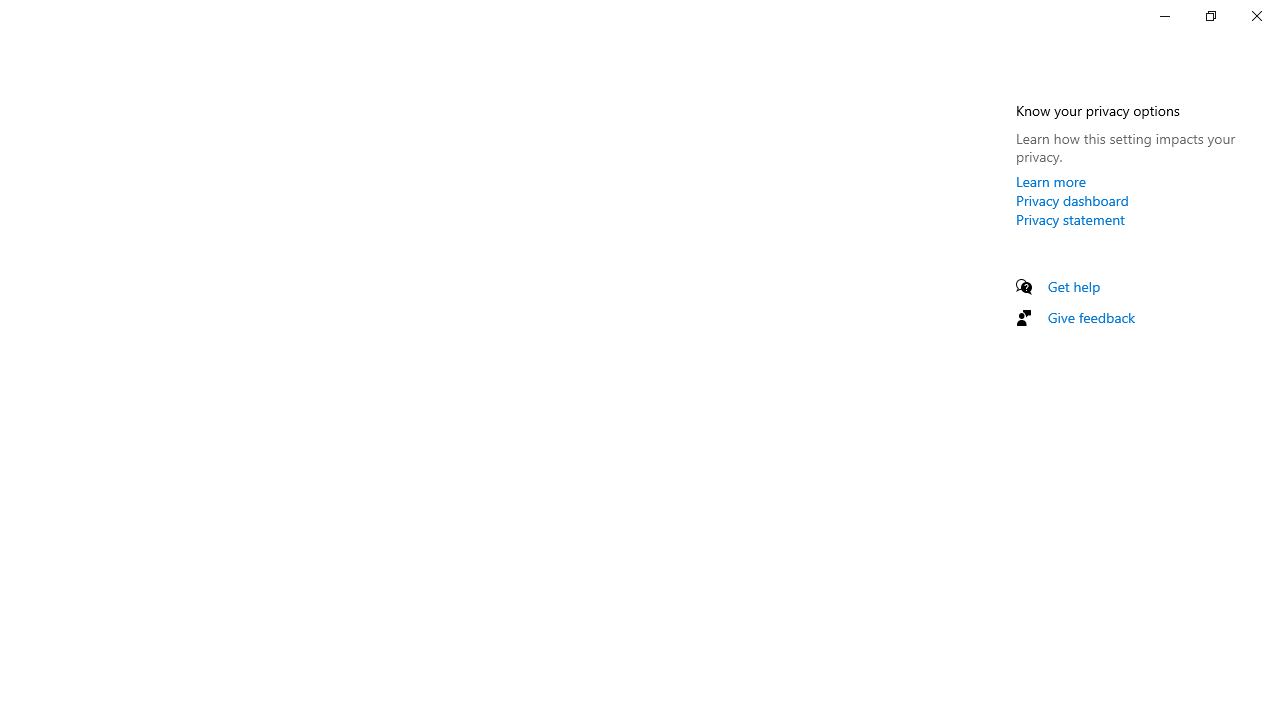 The height and width of the screenshot is (720, 1280). I want to click on 'Give feedback', so click(1090, 316).